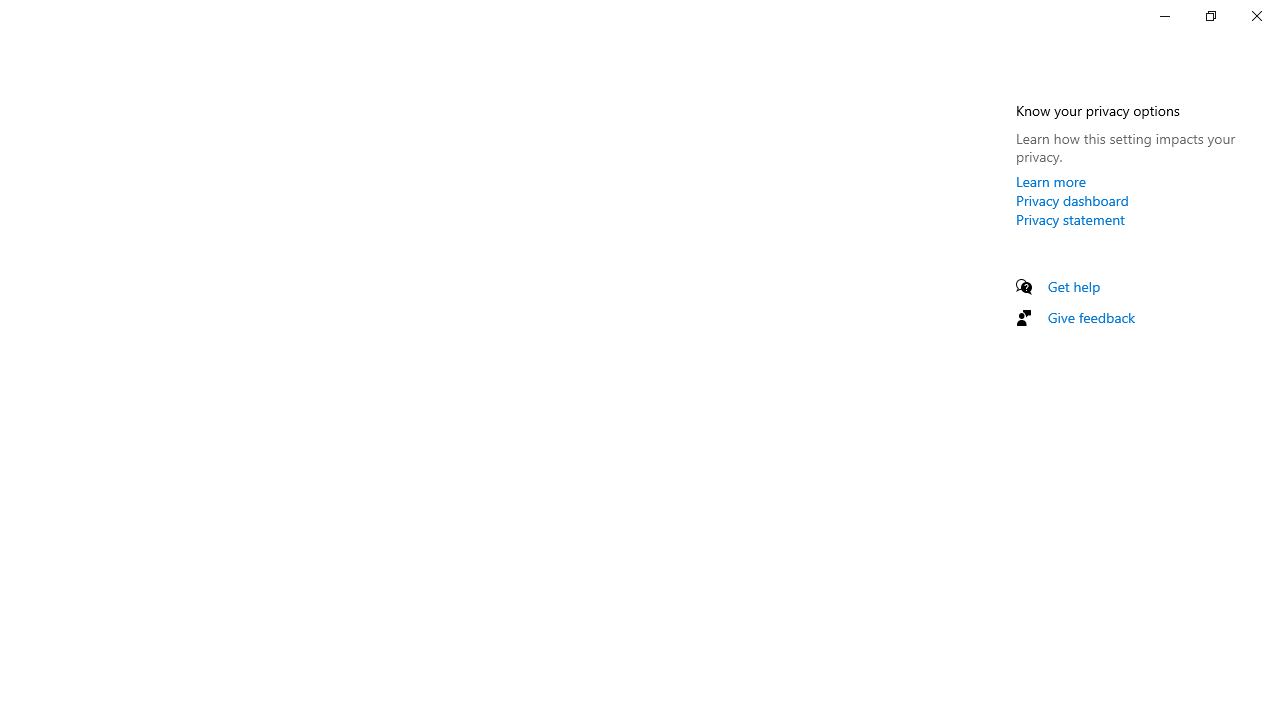 The height and width of the screenshot is (720, 1280). I want to click on 'Give feedback', so click(1090, 316).